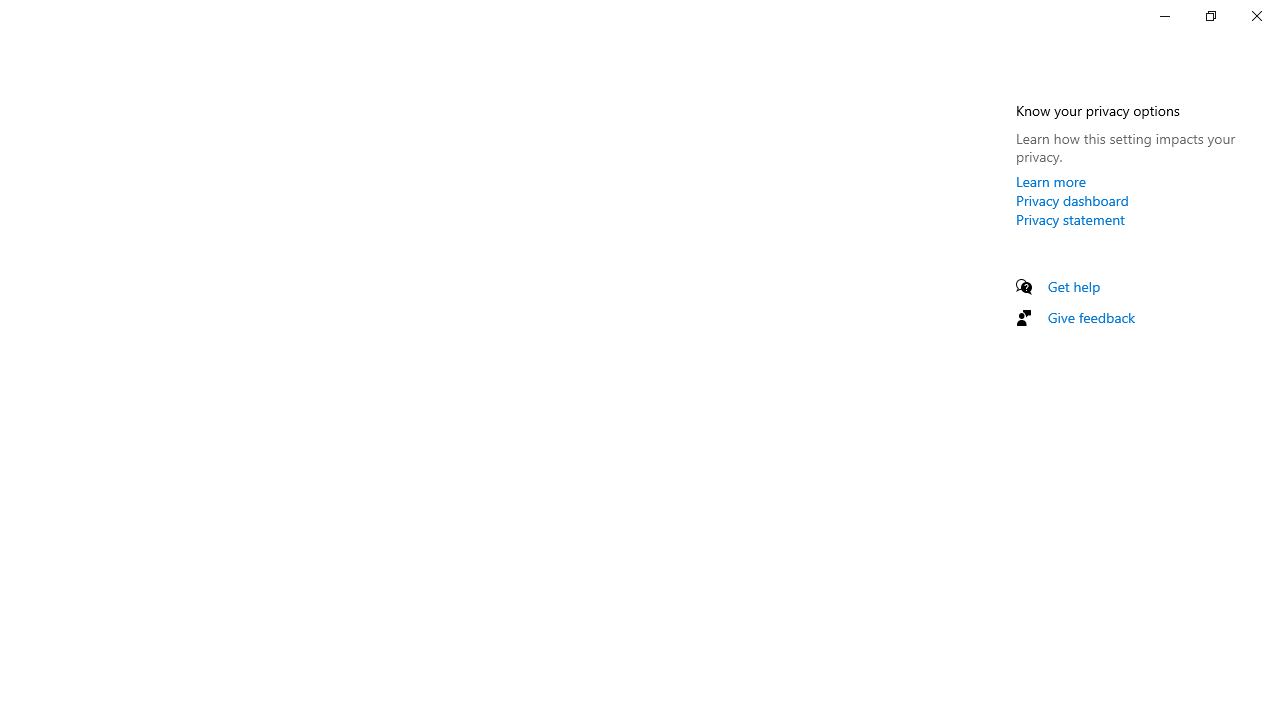 The height and width of the screenshot is (720, 1280). I want to click on 'Give feedback', so click(1090, 316).